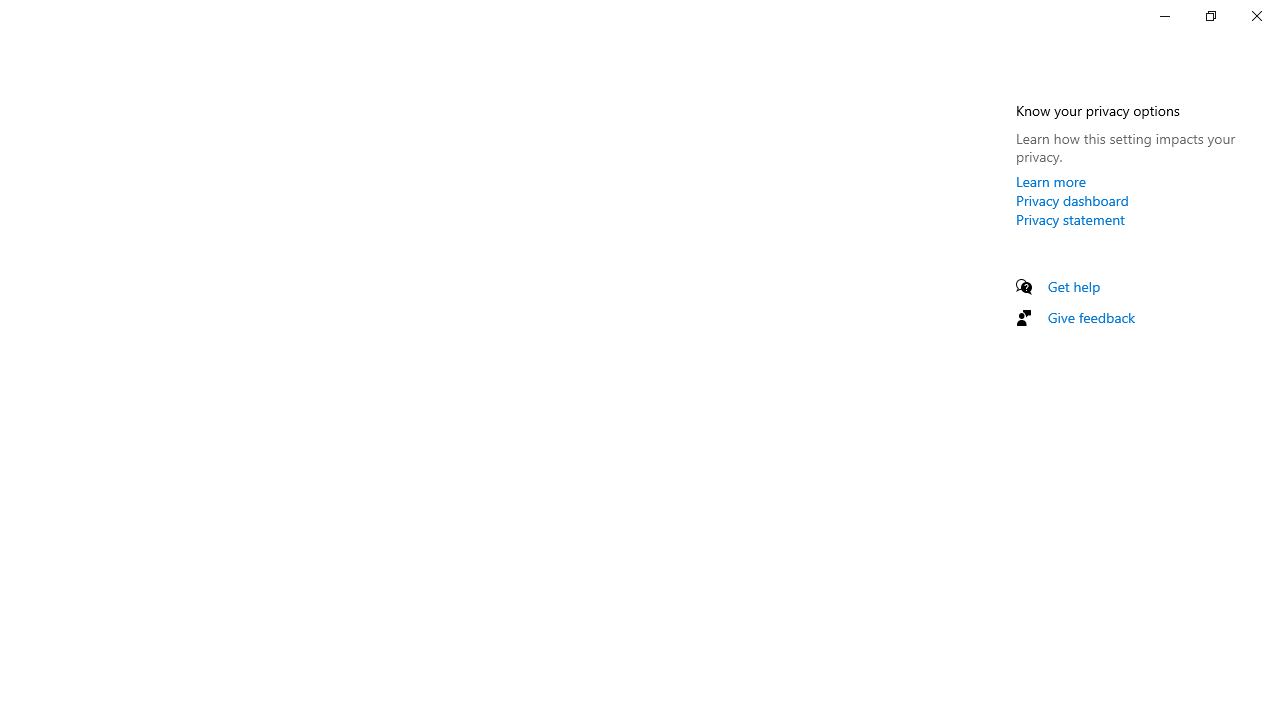 The height and width of the screenshot is (720, 1280). I want to click on 'Give feedback', so click(1090, 316).